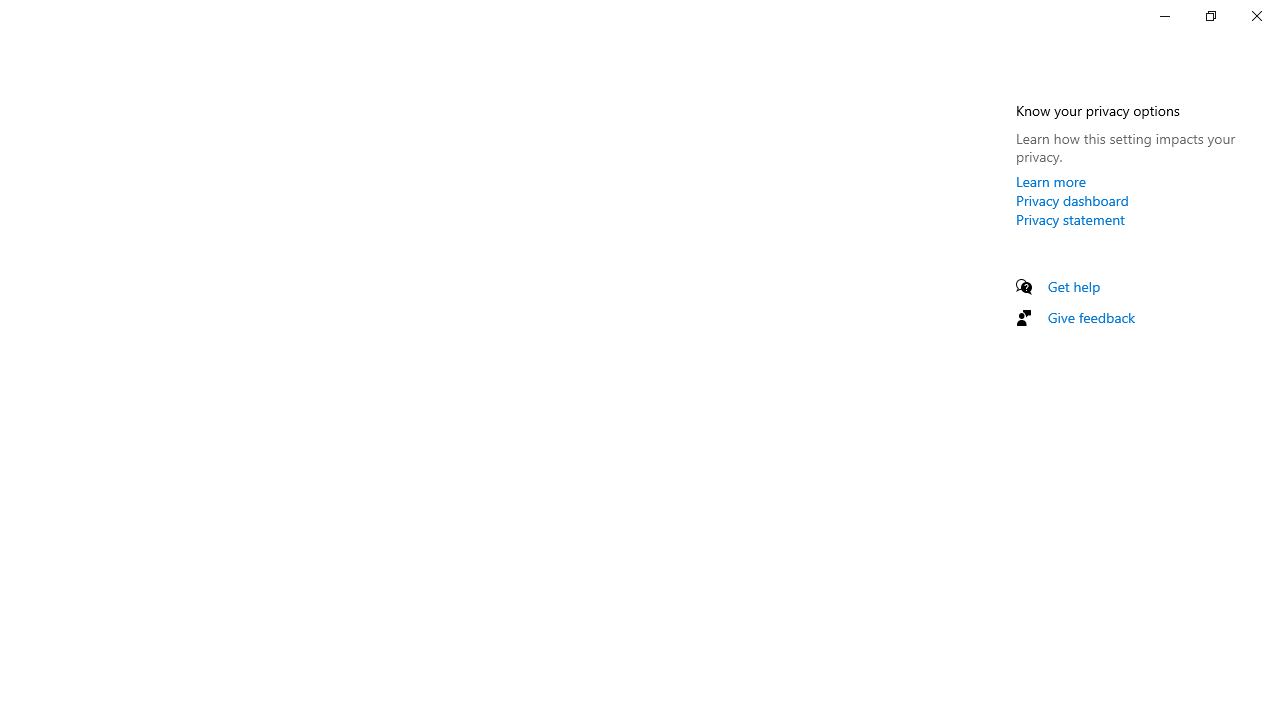 The height and width of the screenshot is (720, 1280). I want to click on 'Give feedback', so click(1090, 316).